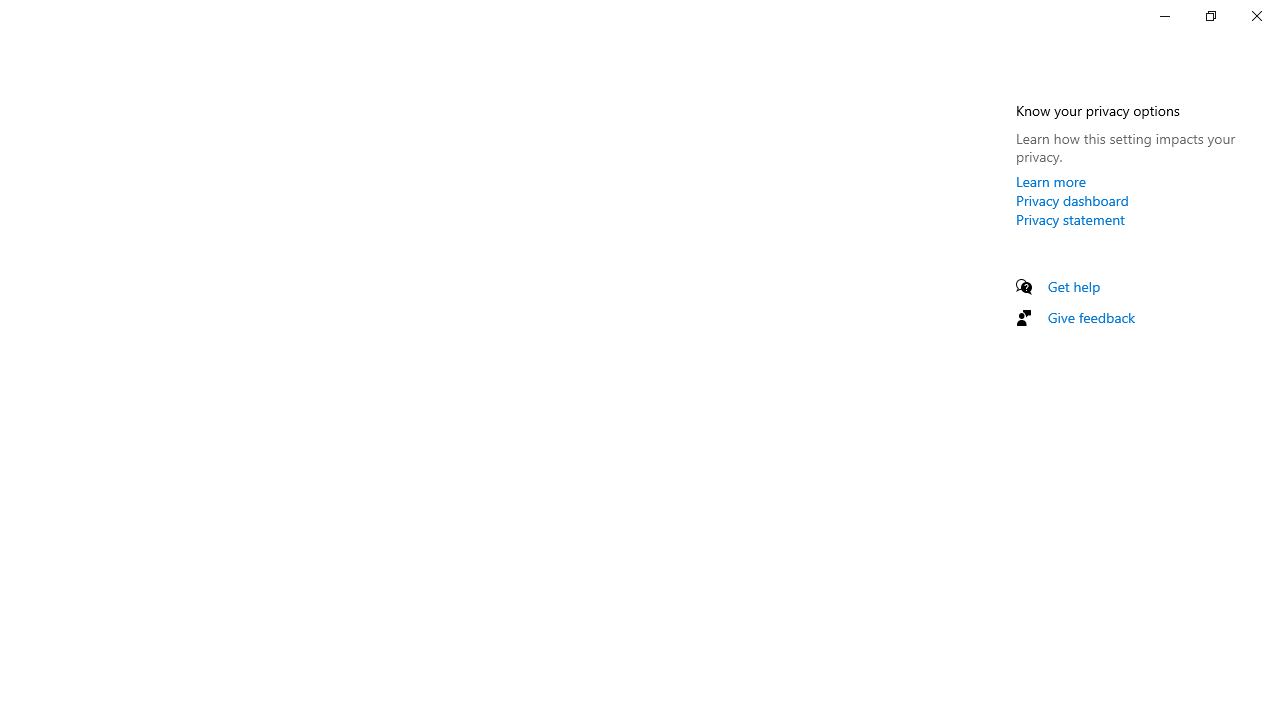 The height and width of the screenshot is (720, 1280). I want to click on 'Give feedback', so click(1090, 316).